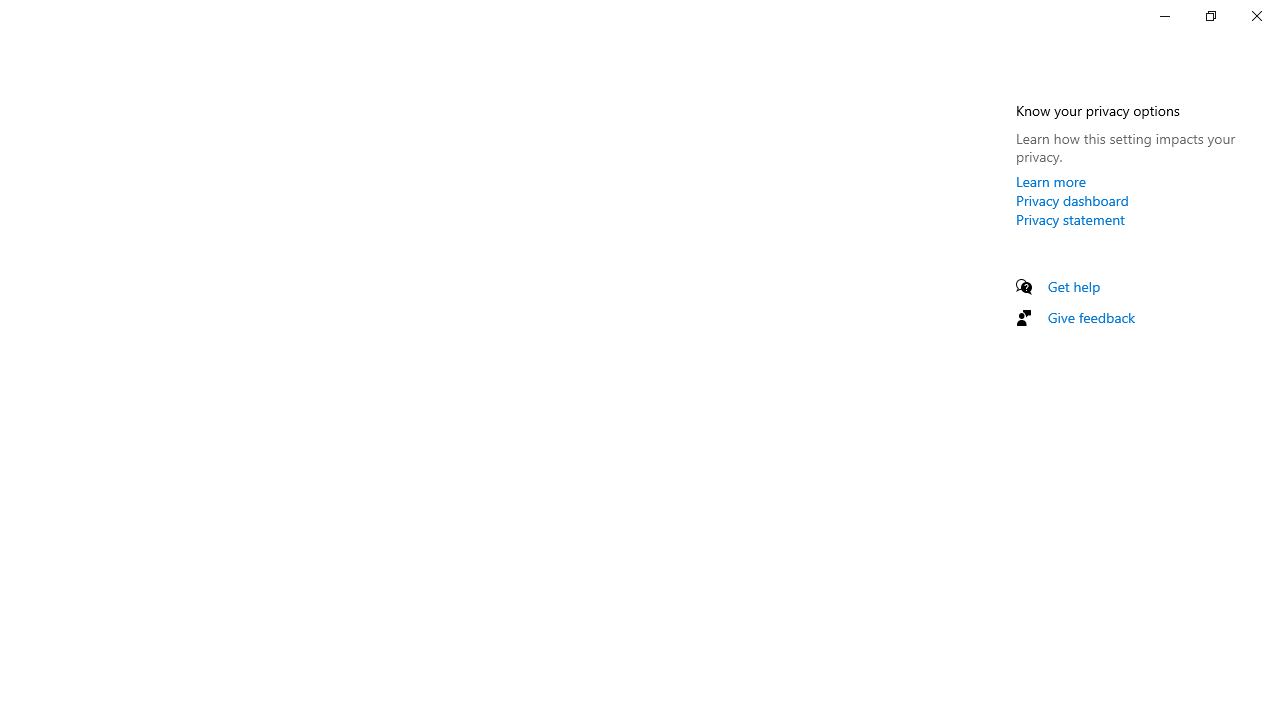 The height and width of the screenshot is (720, 1280). I want to click on 'Give feedback', so click(1090, 316).